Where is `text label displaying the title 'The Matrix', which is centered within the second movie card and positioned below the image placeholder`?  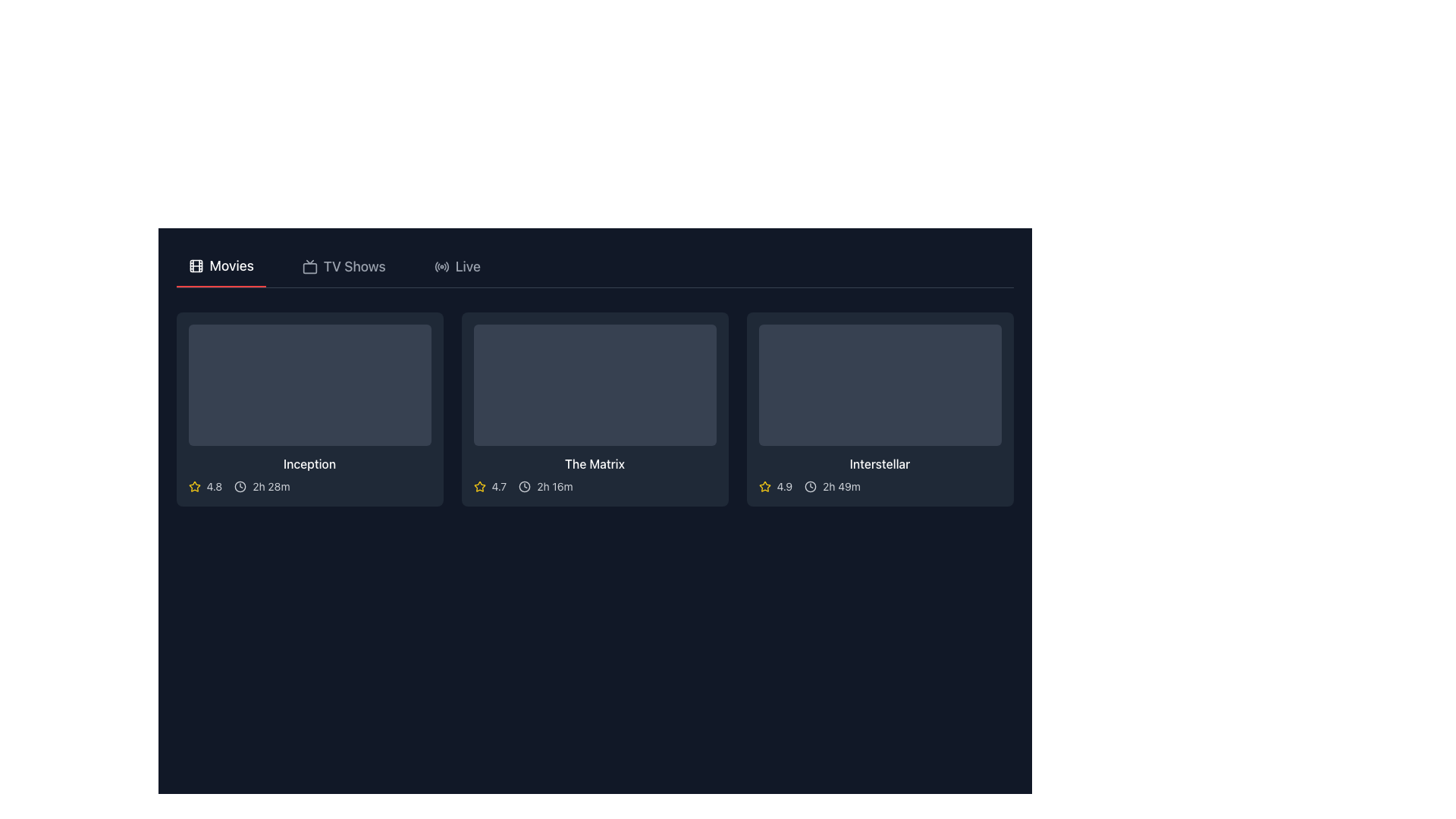 text label displaying the title 'The Matrix', which is centered within the second movie card and positioned below the image placeholder is located at coordinates (594, 463).